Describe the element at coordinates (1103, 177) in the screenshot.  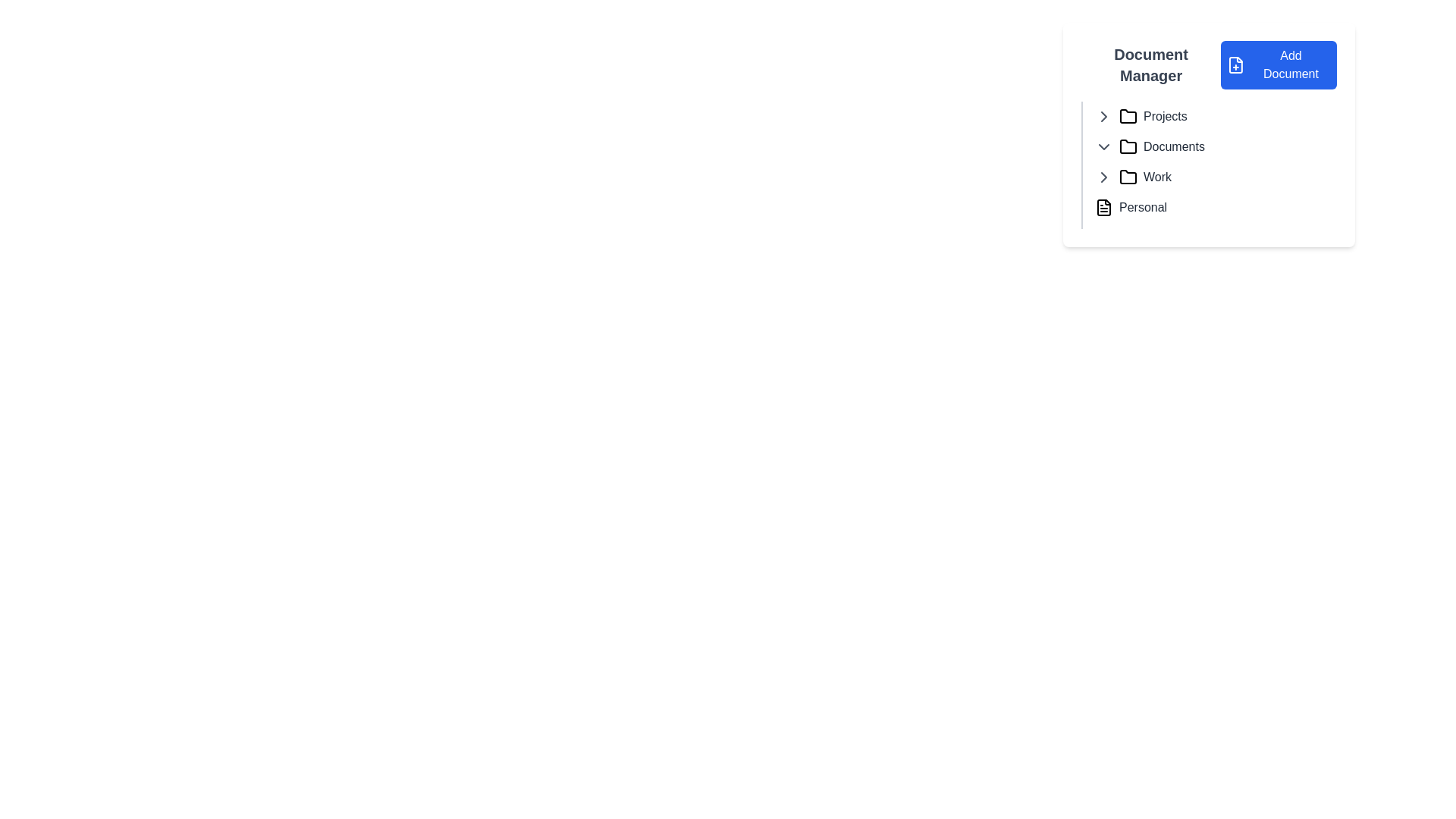
I see `the rightward-pointing chevron icon located on the right side of the 'Documents' menu to trigger a tooltip or visual response` at that location.